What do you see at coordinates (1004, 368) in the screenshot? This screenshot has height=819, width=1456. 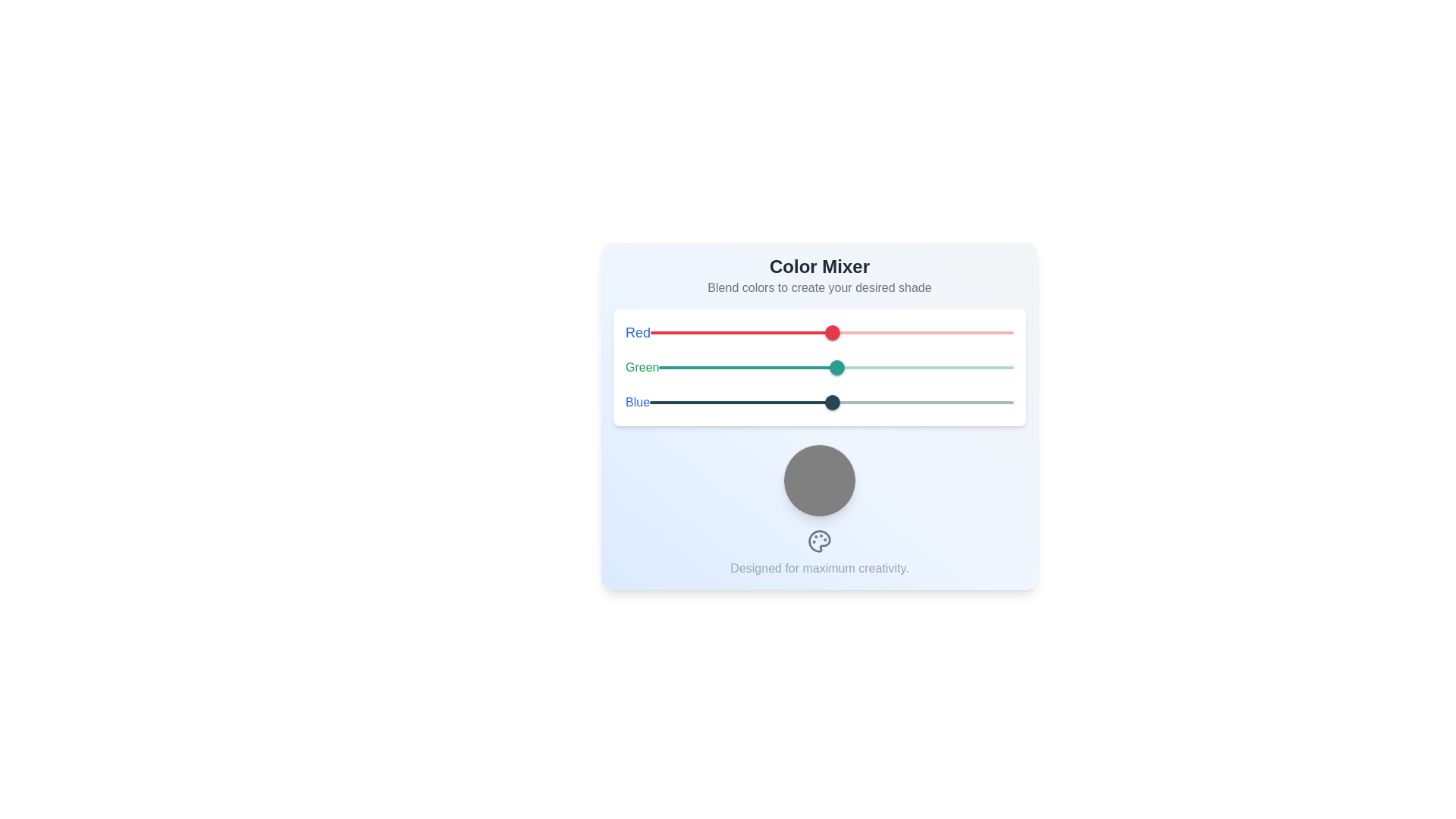 I see `the green value` at bounding box center [1004, 368].